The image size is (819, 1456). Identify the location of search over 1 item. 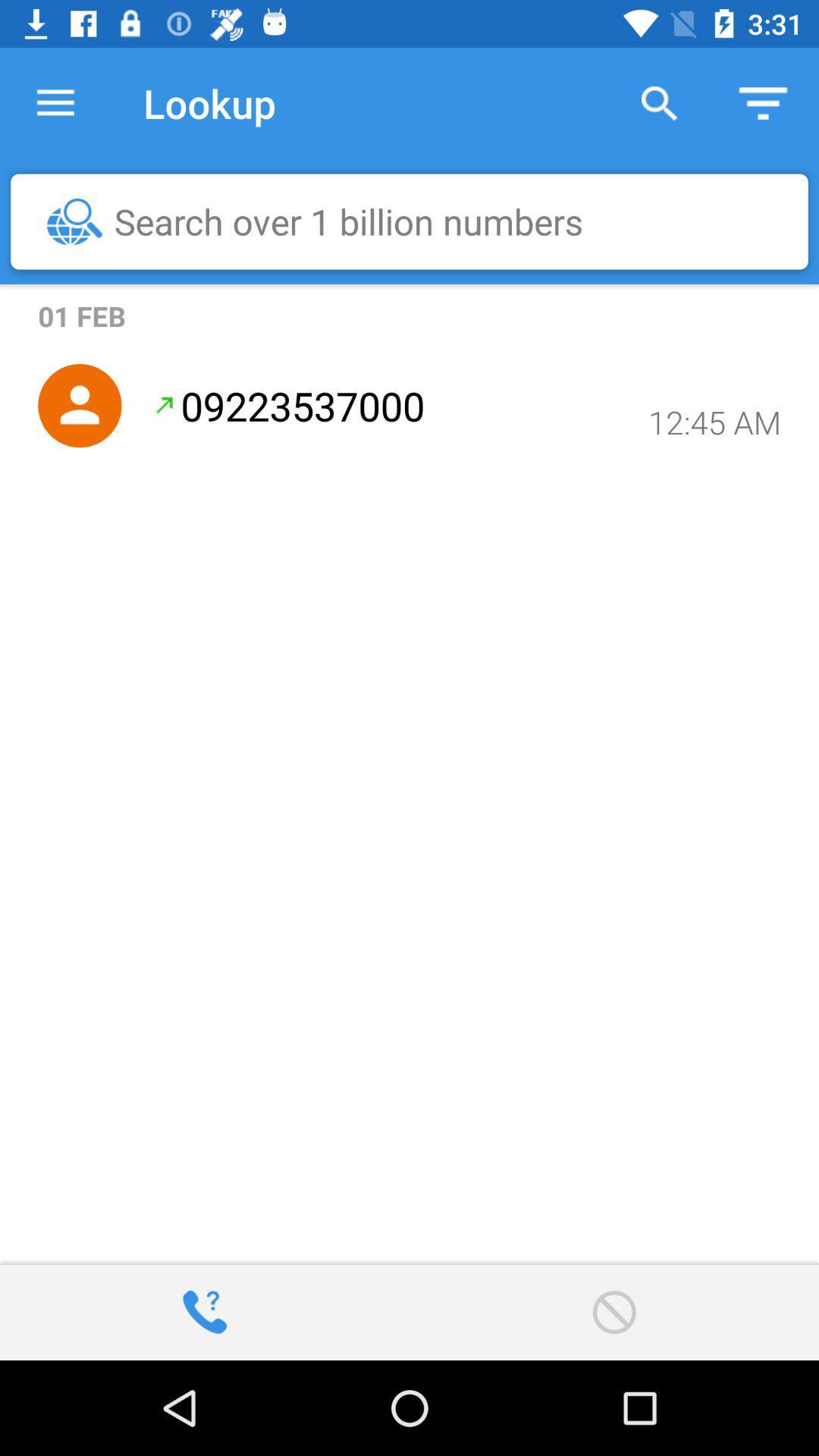
(417, 221).